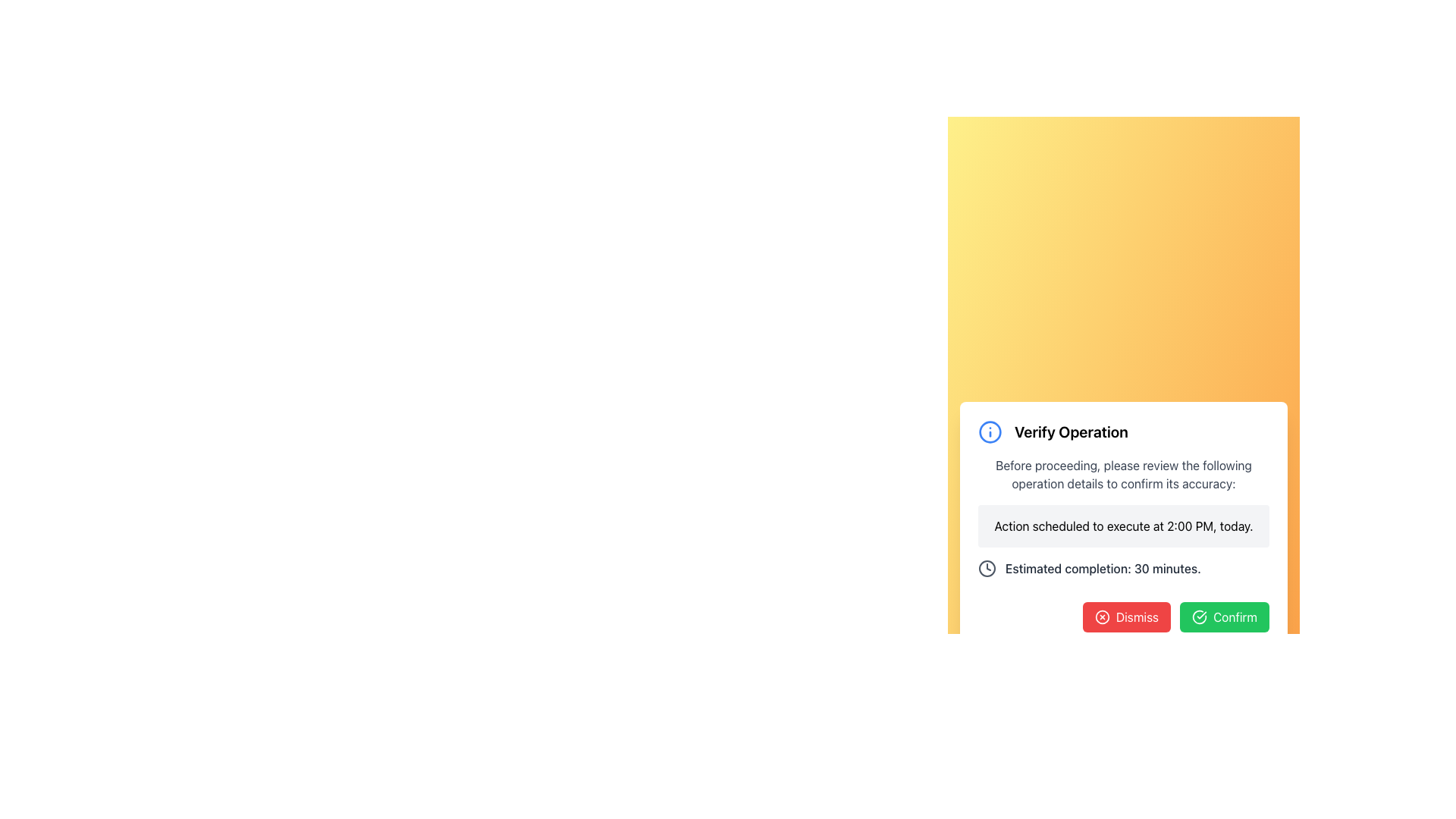 This screenshot has height=819, width=1456. I want to click on the confirmation icon located within the 'Confirm' button at the bottom-right of the dialog box, positioned to the left of the 'Confirm' text, so click(1199, 617).